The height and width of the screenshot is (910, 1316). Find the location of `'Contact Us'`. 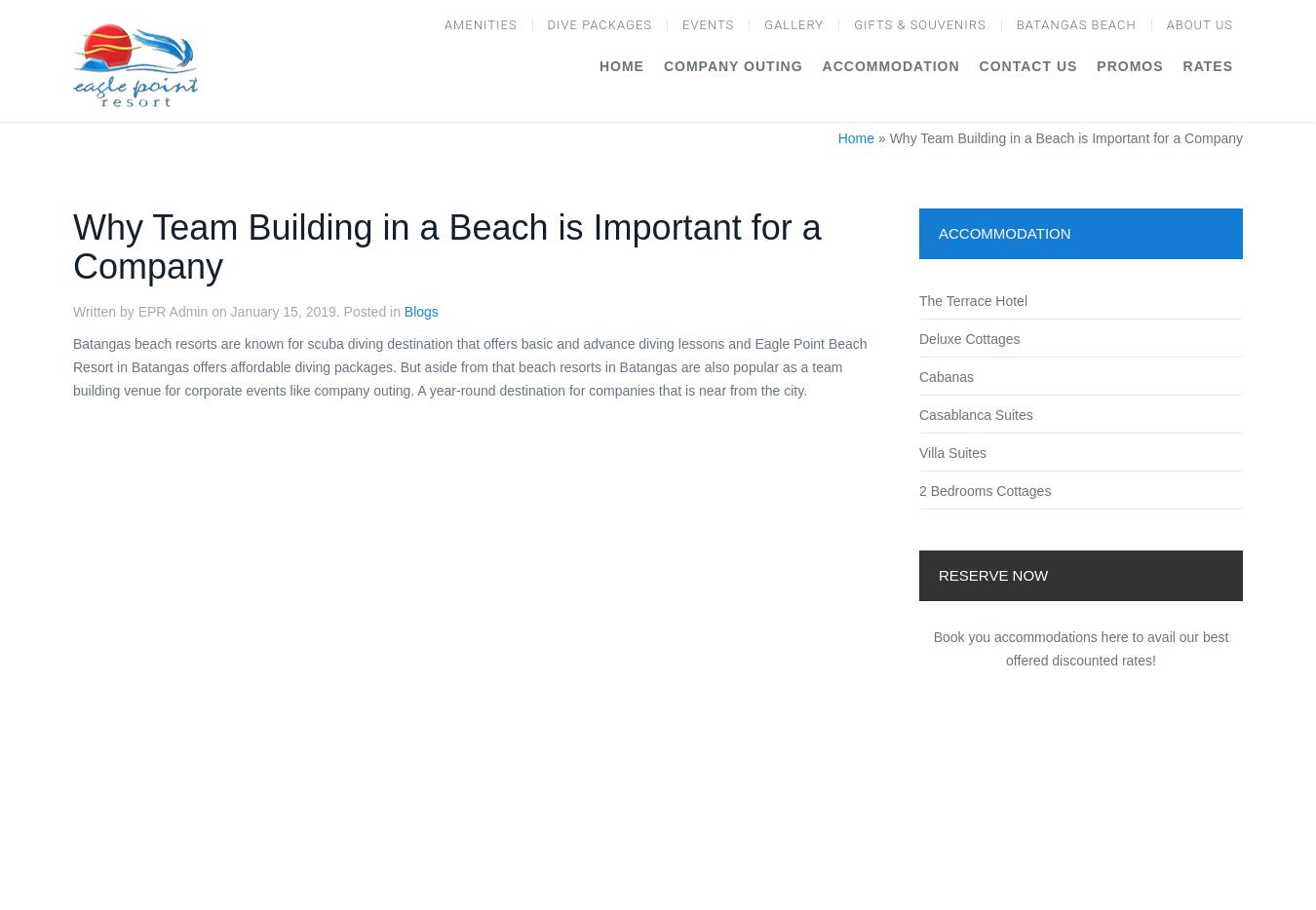

'Contact Us' is located at coordinates (1027, 64).